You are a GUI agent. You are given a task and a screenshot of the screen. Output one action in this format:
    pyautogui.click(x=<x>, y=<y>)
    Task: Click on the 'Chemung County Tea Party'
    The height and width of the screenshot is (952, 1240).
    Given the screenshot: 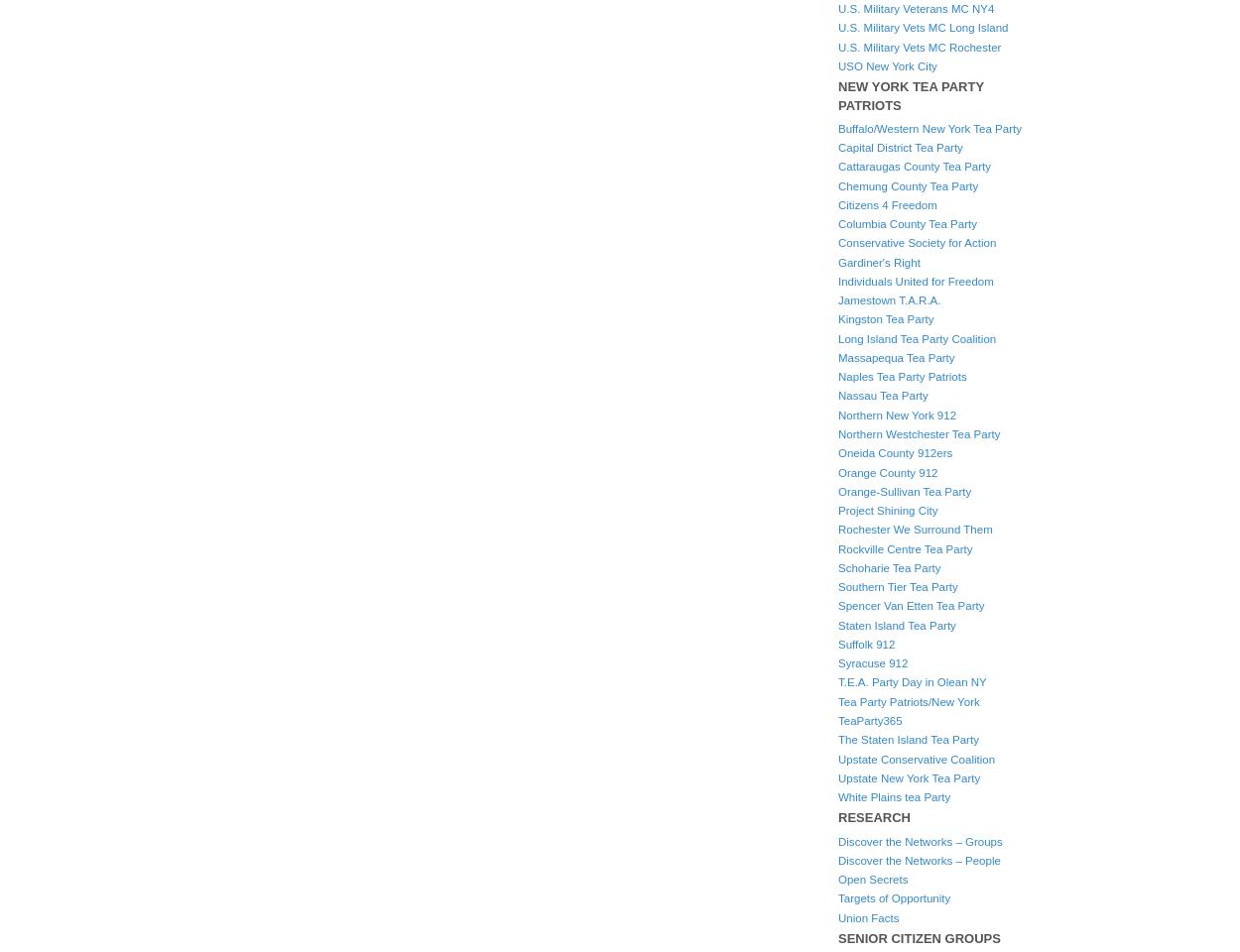 What is the action you would take?
    pyautogui.click(x=837, y=185)
    